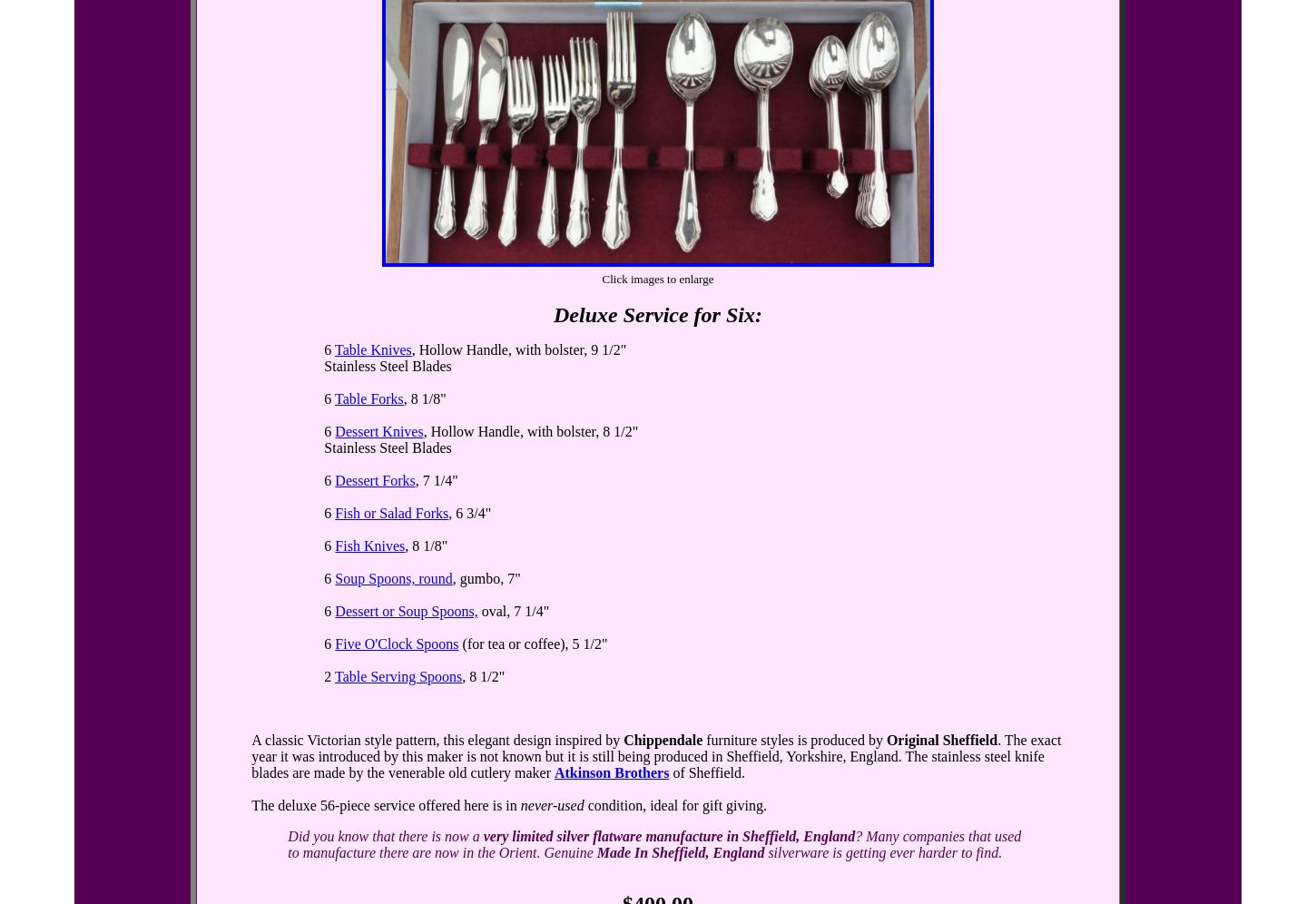  What do you see at coordinates (373, 480) in the screenshot?
I see `'Dessert Forks'` at bounding box center [373, 480].